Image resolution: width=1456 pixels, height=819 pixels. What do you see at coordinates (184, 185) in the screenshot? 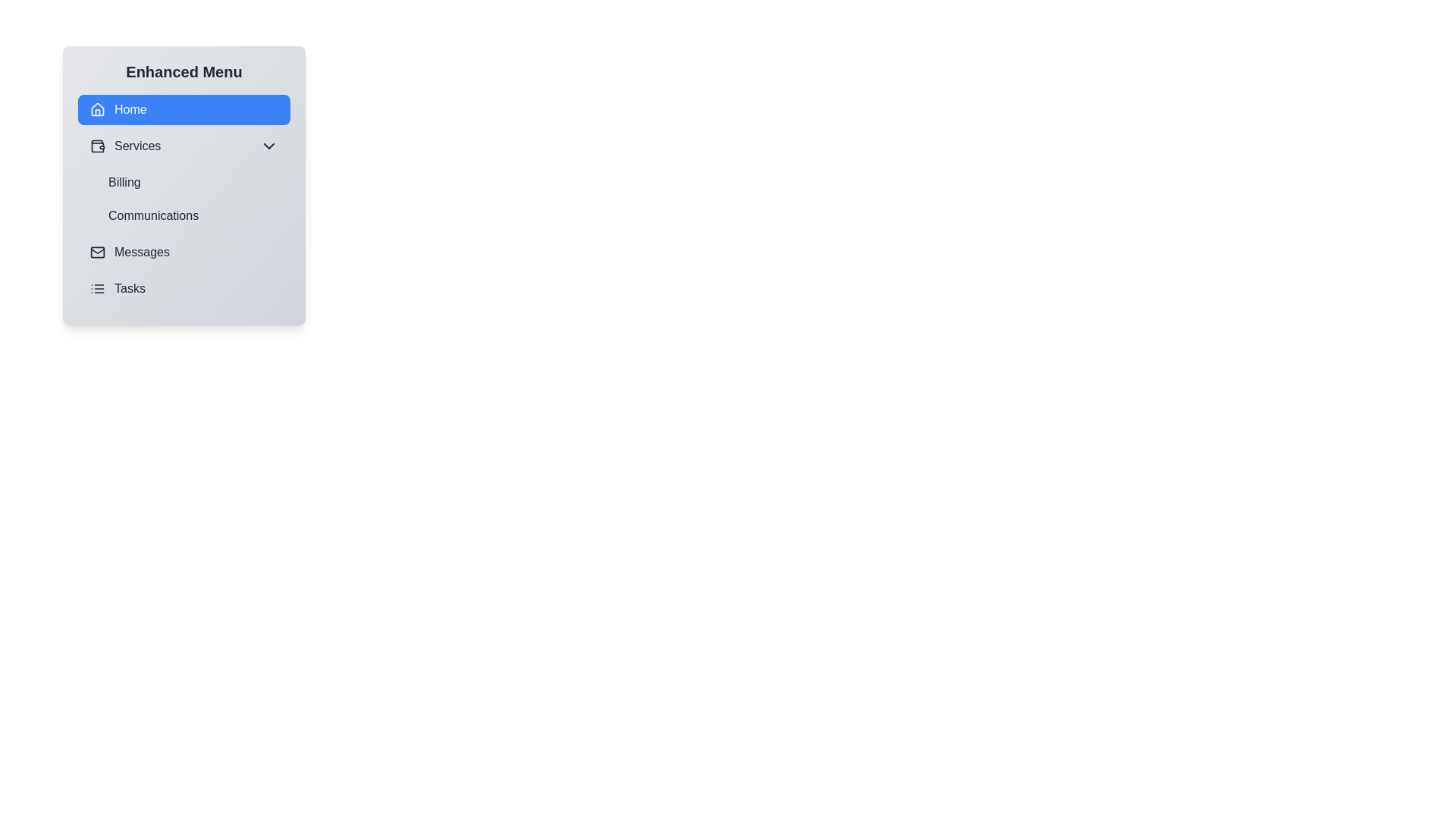
I see `the navigational menu located at the top-left area of the interface` at bounding box center [184, 185].